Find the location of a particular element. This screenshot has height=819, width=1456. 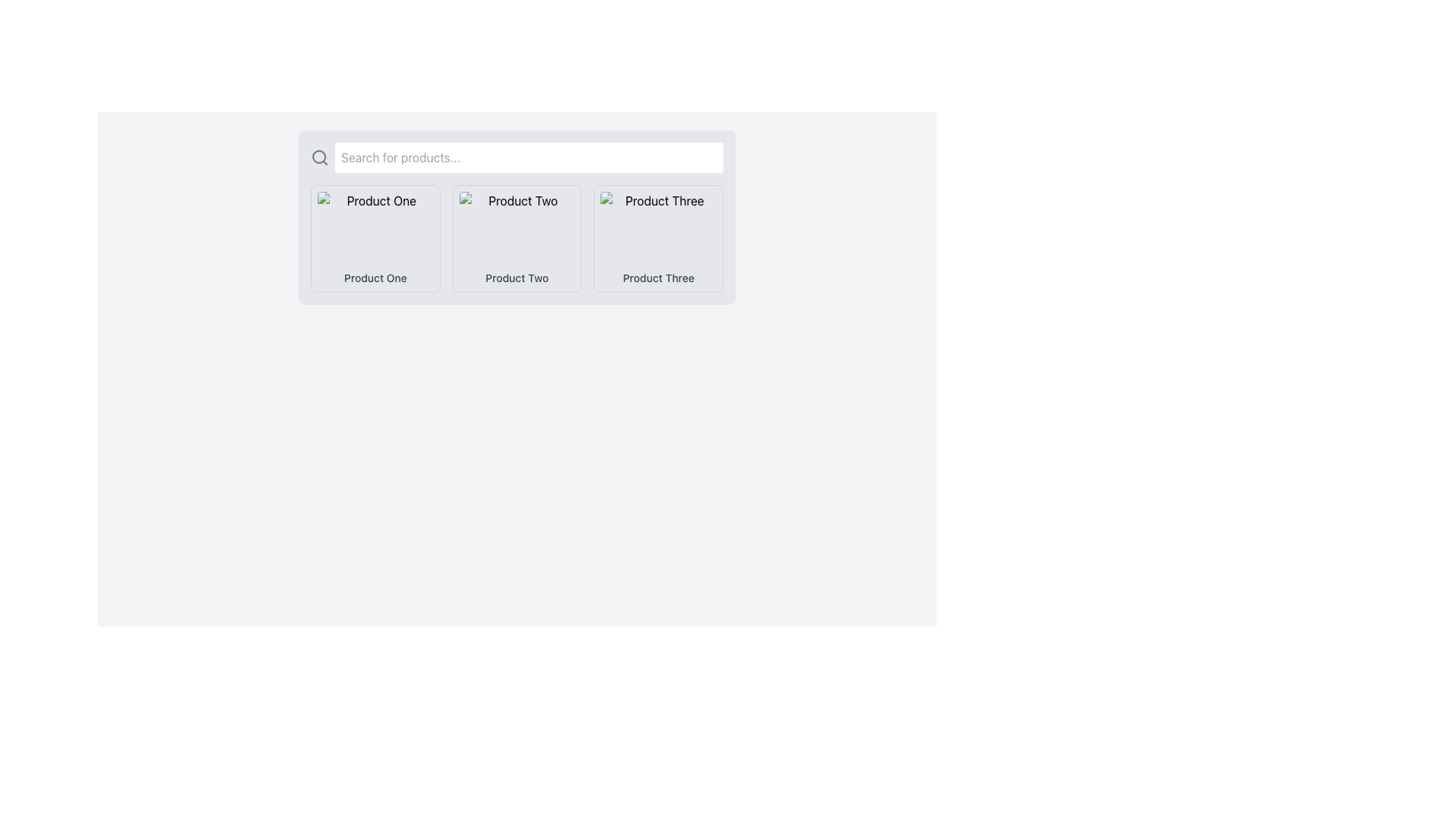

the gray background rectangular card labeled 'Product Two' located in the second column of the grid layout is located at coordinates (516, 217).